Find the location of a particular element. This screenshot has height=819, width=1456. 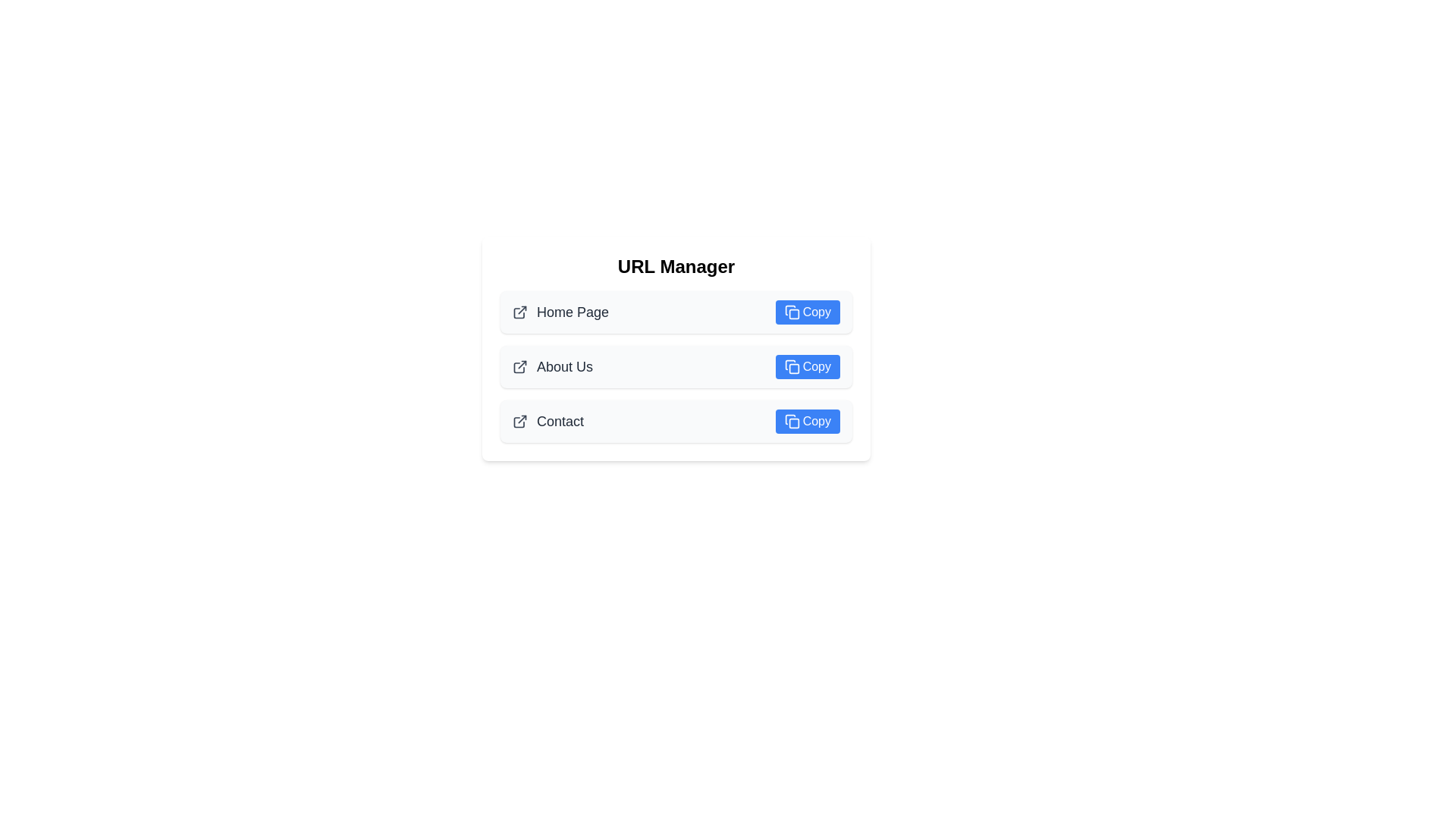

label indicating the function of the 'Copy' button, which is located to the right of the 'Contact' label in the right column of the third row of a vertical list is located at coordinates (816, 421).